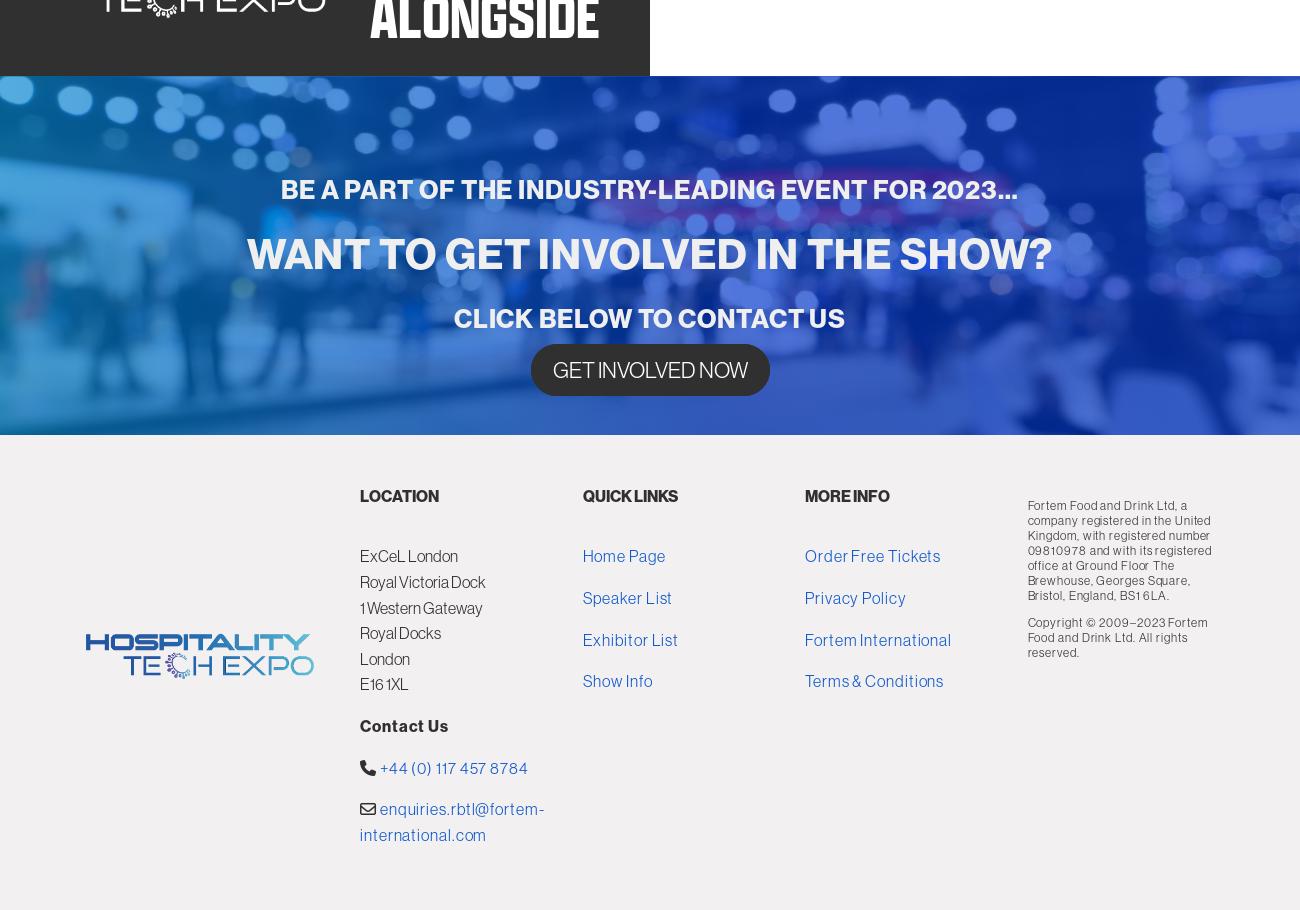  I want to click on 'CLICK BELOW TO CONTACT US', so click(649, 447).